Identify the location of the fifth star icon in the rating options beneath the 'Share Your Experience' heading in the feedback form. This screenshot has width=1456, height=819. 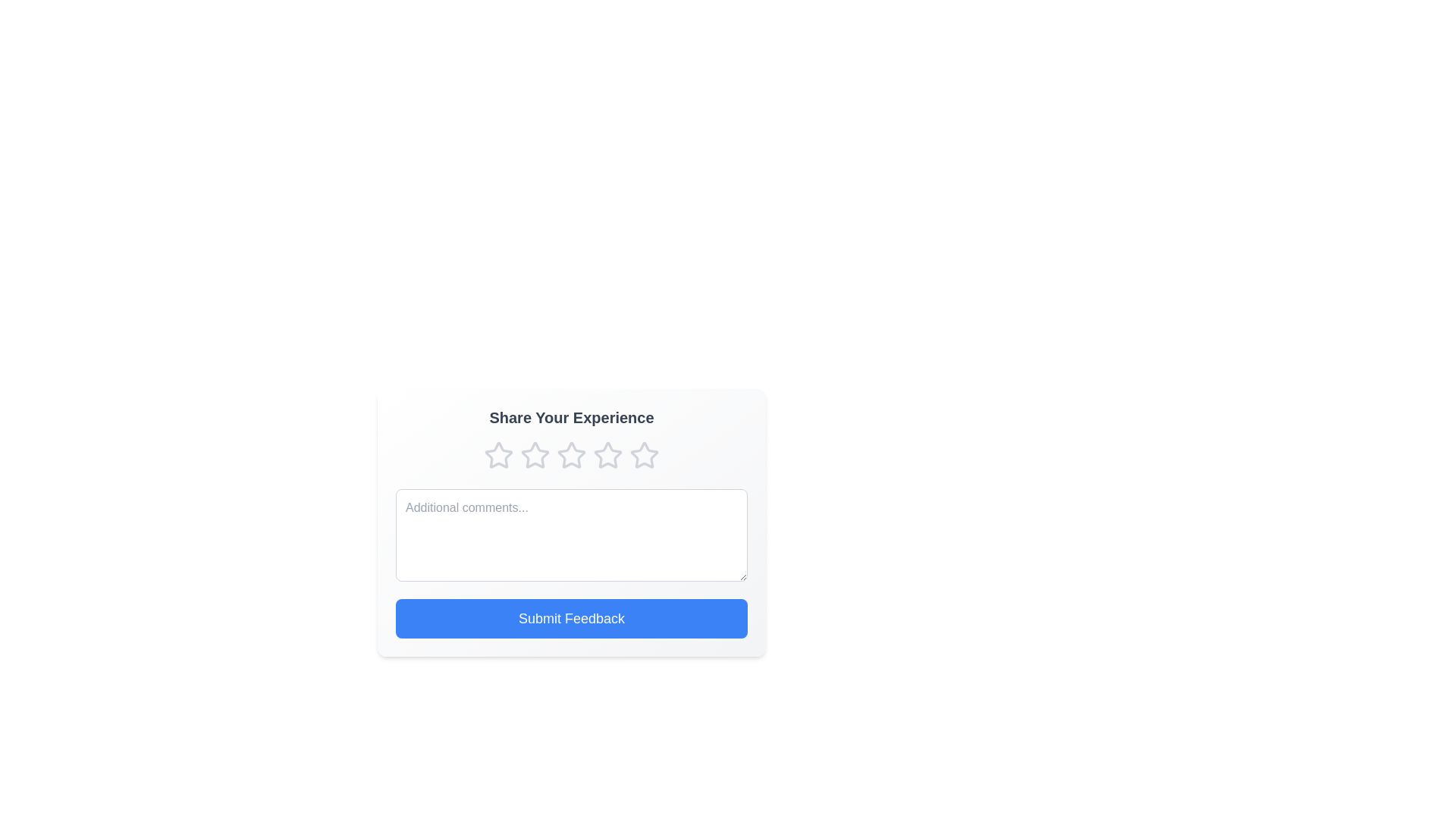
(644, 454).